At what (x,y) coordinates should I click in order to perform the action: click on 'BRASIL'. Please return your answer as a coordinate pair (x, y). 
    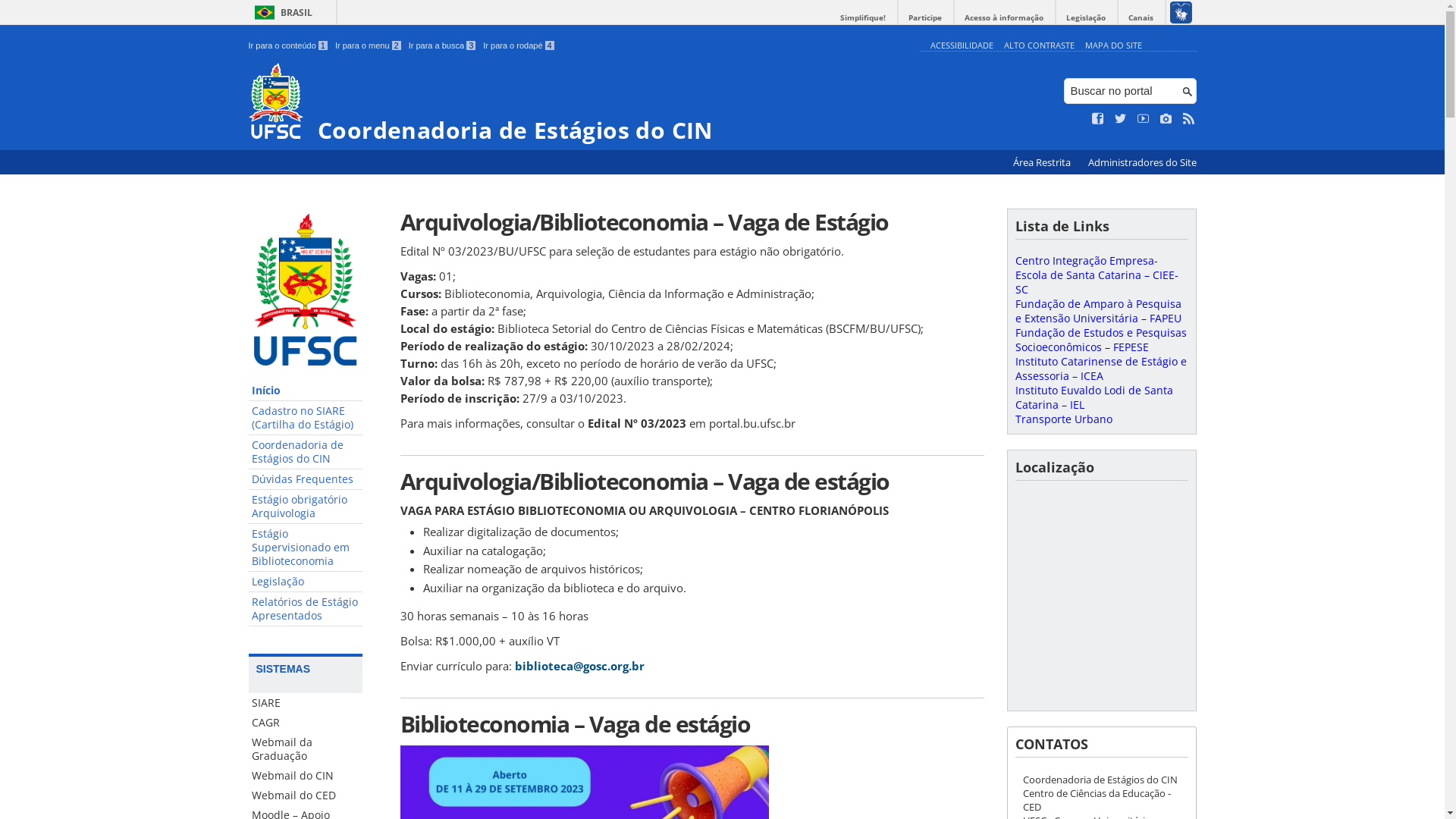
    Looking at the image, I should click on (281, 12).